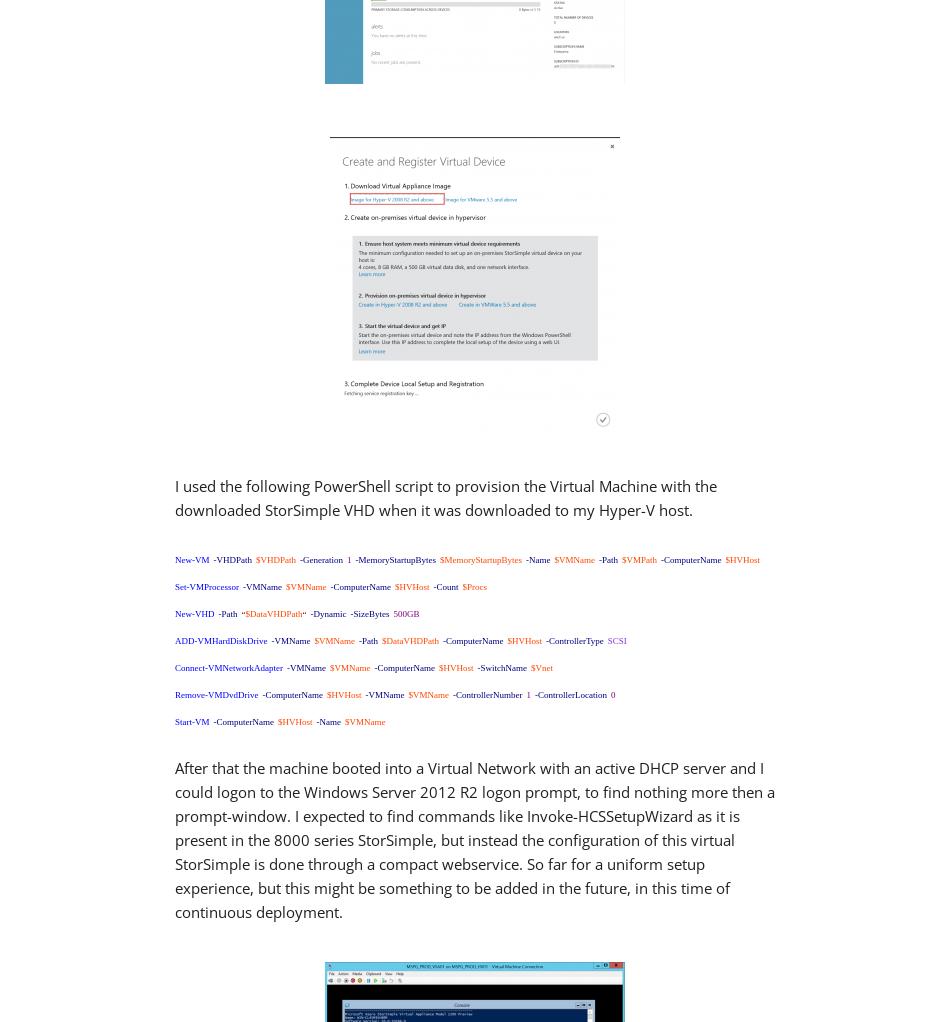  What do you see at coordinates (207, 585) in the screenshot?
I see `'Set-VMProcessor'` at bounding box center [207, 585].